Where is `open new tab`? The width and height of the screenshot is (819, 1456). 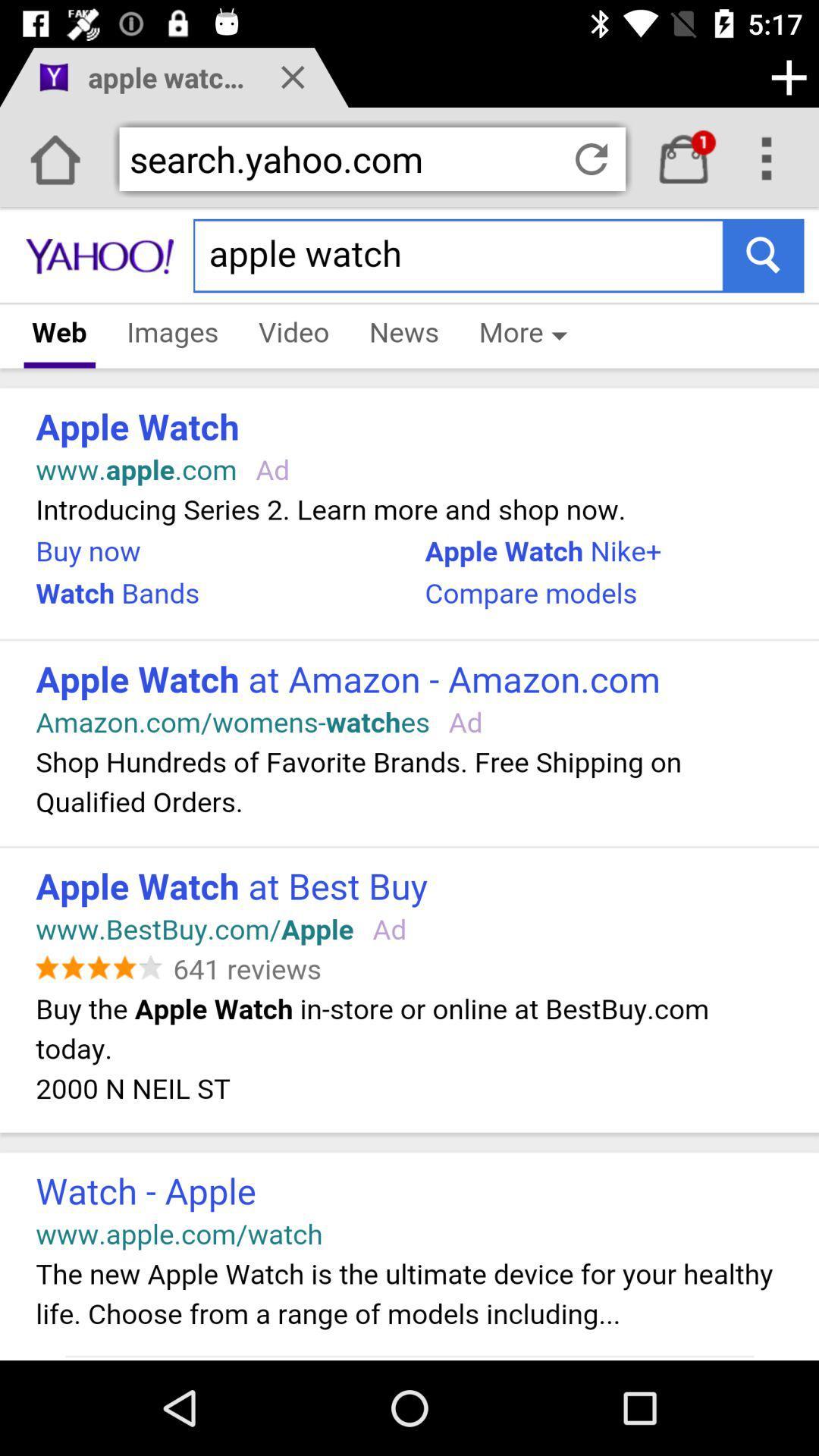
open new tab is located at coordinates (788, 77).